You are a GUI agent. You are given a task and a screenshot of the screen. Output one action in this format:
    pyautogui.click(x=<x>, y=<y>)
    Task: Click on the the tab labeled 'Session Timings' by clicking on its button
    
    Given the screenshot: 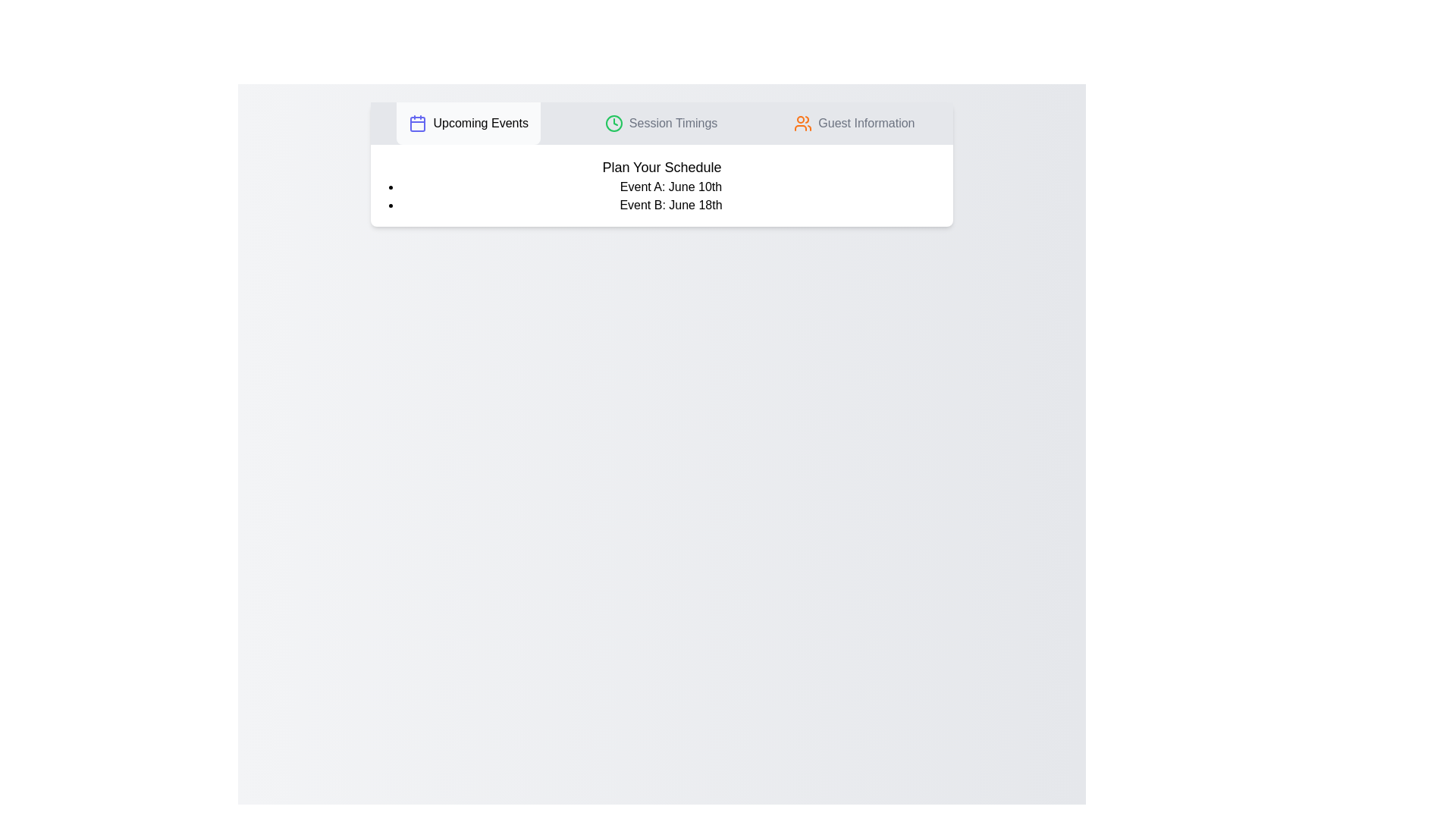 What is the action you would take?
    pyautogui.click(x=661, y=122)
    